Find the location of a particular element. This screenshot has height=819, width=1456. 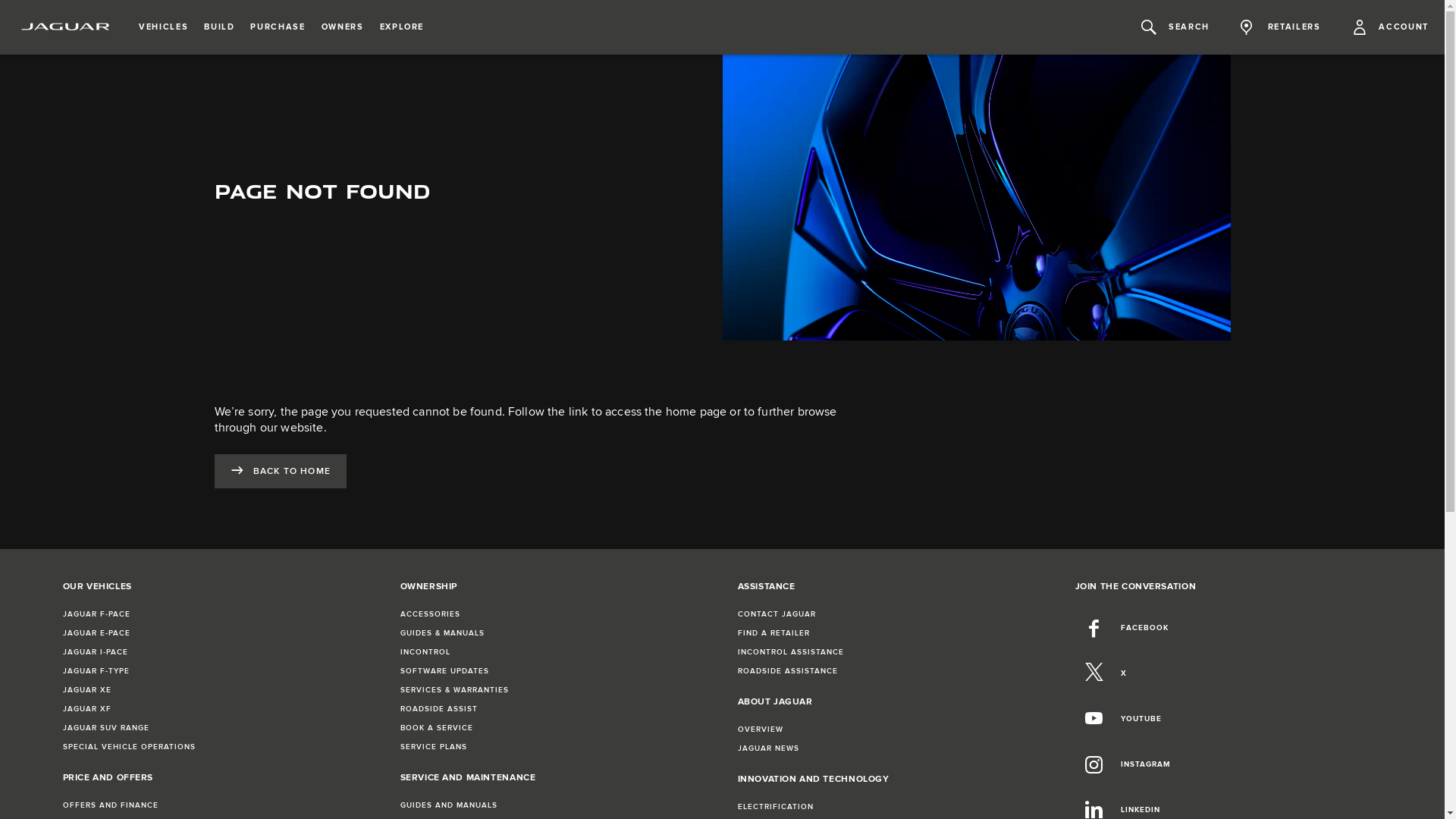

'SPECIAL VEHICLE OPERATIONS' is located at coordinates (61, 745).